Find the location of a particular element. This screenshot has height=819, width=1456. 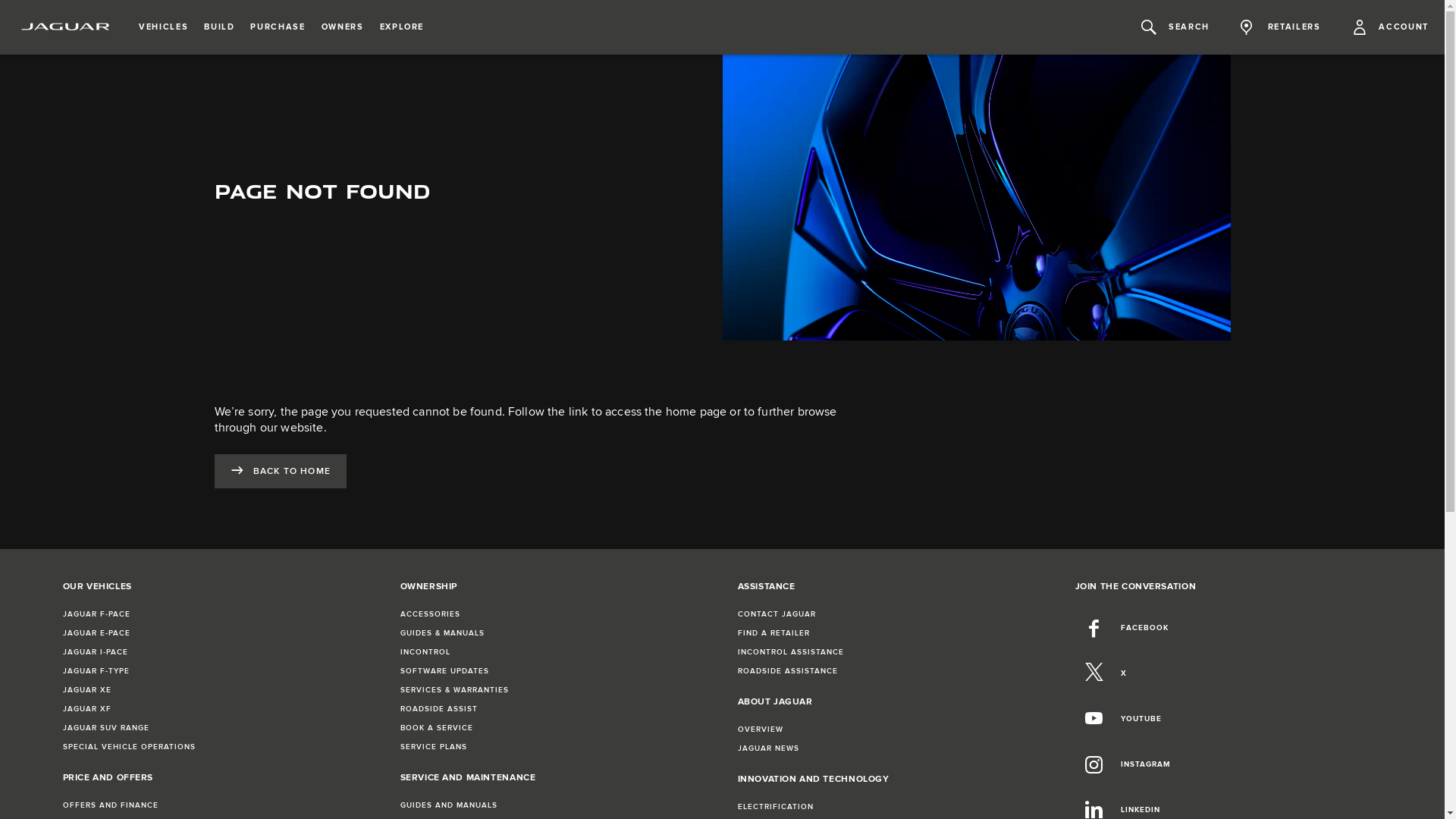

'SPECIAL VEHICLE OPERATIONS' is located at coordinates (61, 745).